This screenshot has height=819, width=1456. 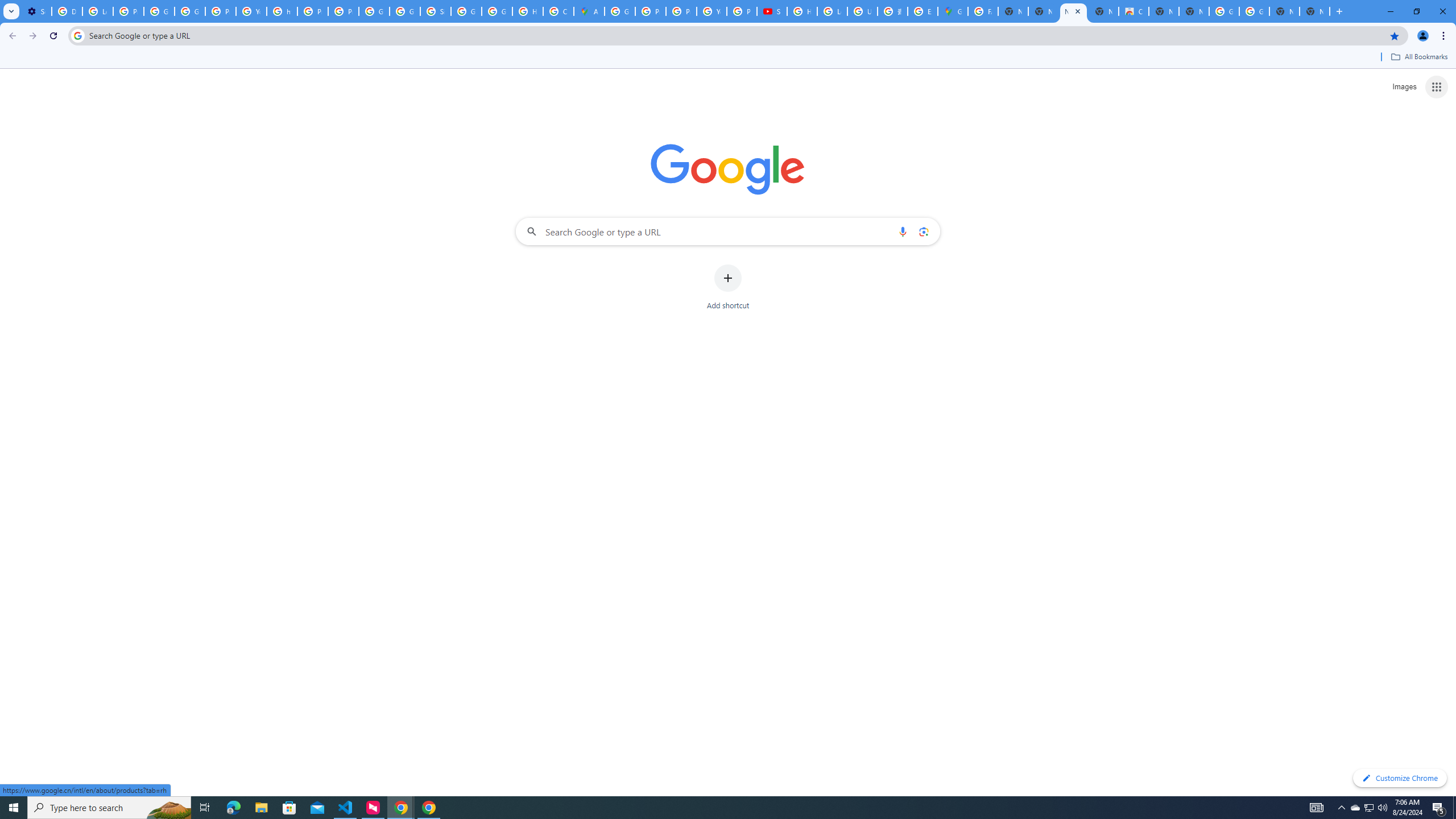 I want to click on 'Settings - Performance', so click(x=36, y=11).